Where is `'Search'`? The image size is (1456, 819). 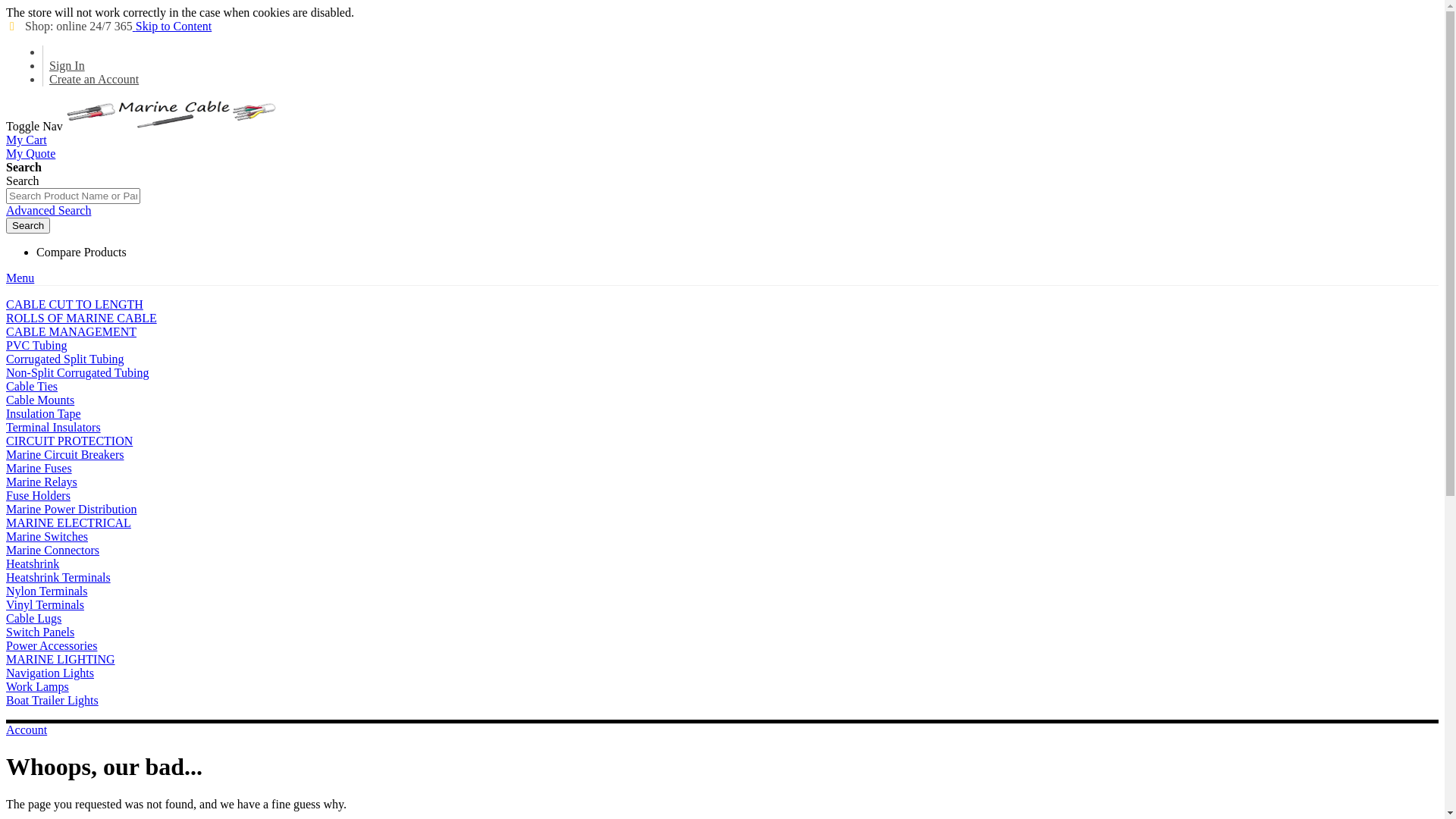 'Search' is located at coordinates (6, 225).